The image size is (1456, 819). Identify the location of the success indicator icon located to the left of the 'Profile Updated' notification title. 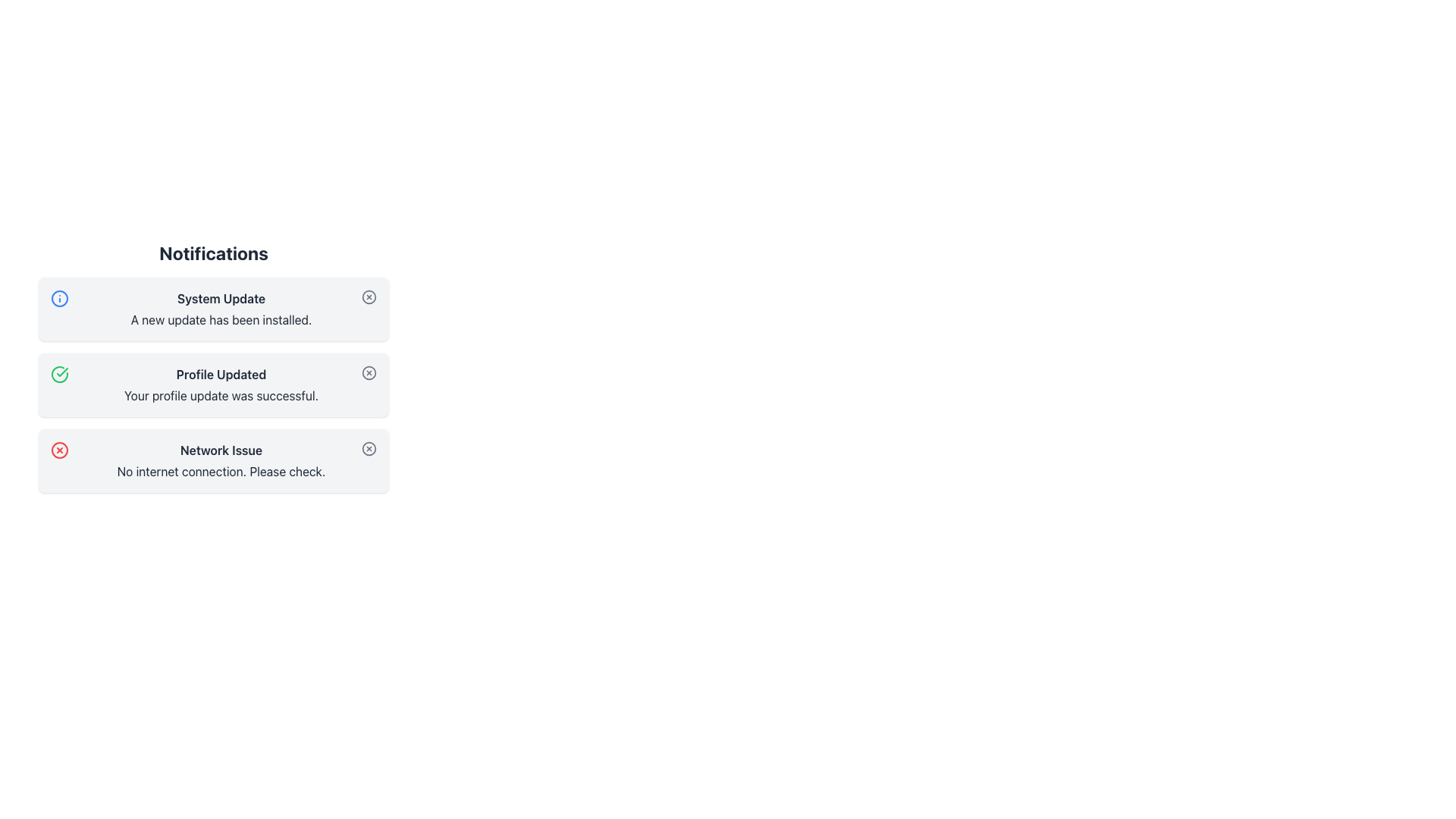
(61, 372).